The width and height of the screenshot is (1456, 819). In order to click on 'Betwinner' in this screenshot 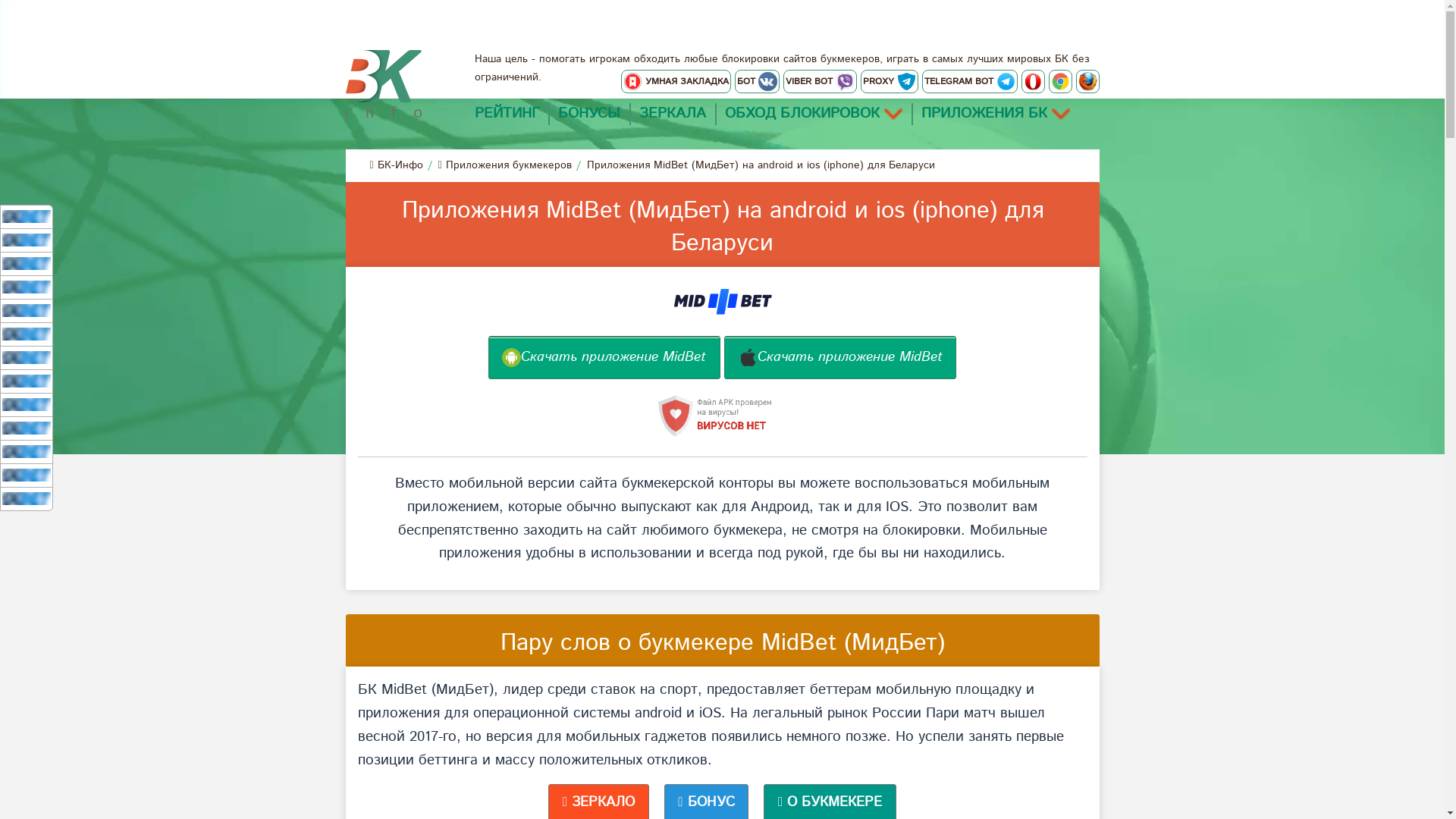, I will do `click(26, 309)`.